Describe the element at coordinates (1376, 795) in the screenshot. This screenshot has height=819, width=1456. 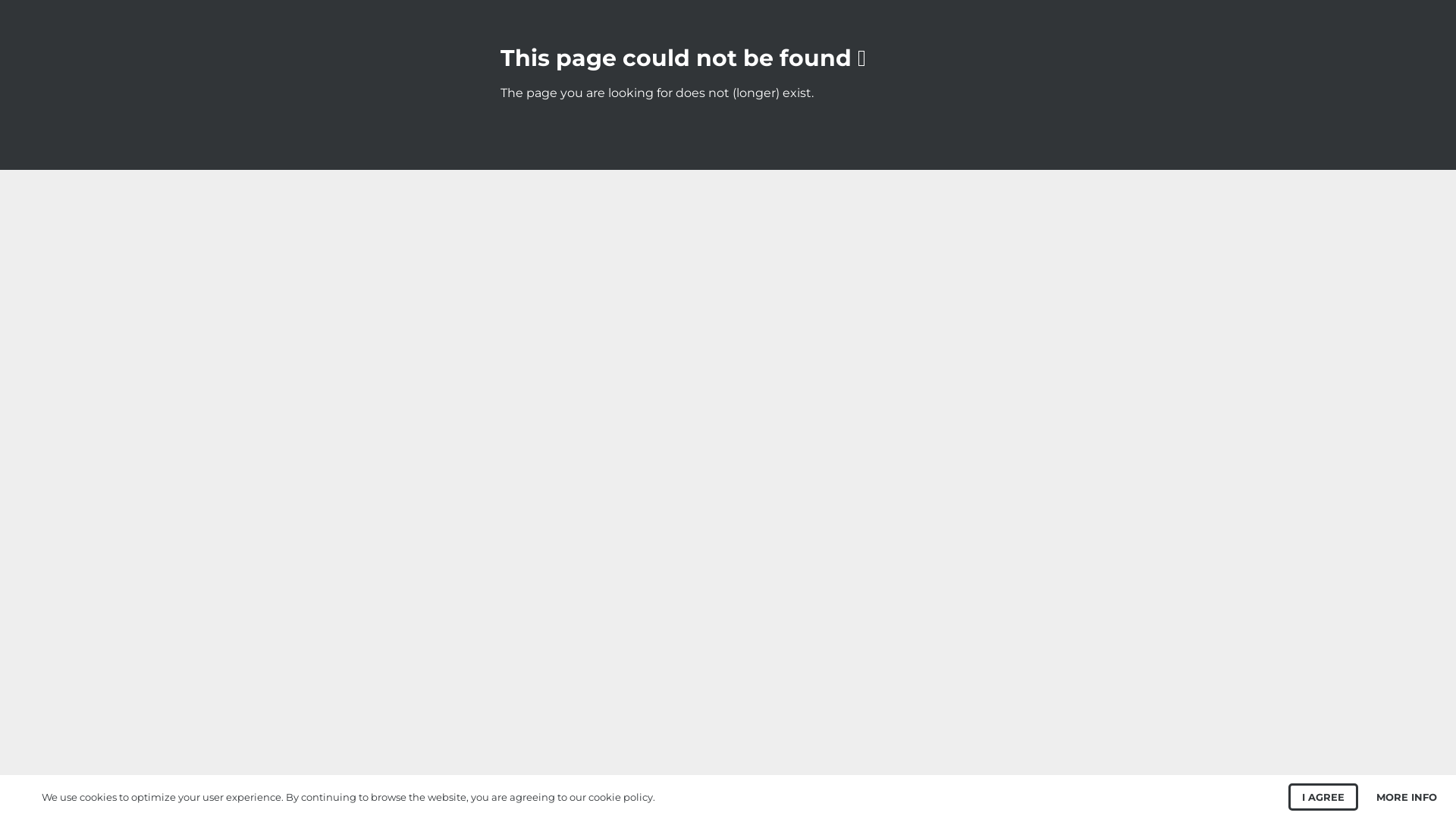
I see `'MORE INFO'` at that location.